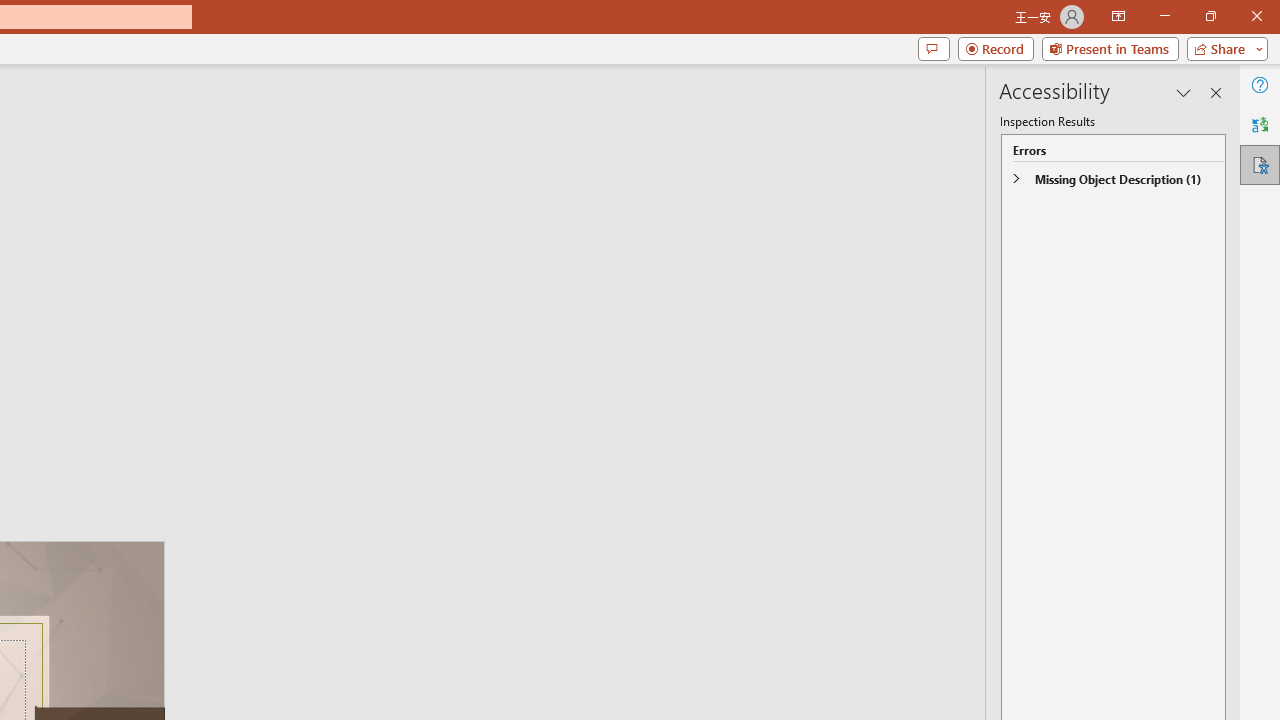 The image size is (1280, 720). Describe the element at coordinates (1109, 47) in the screenshot. I see `'Present in Teams'` at that location.